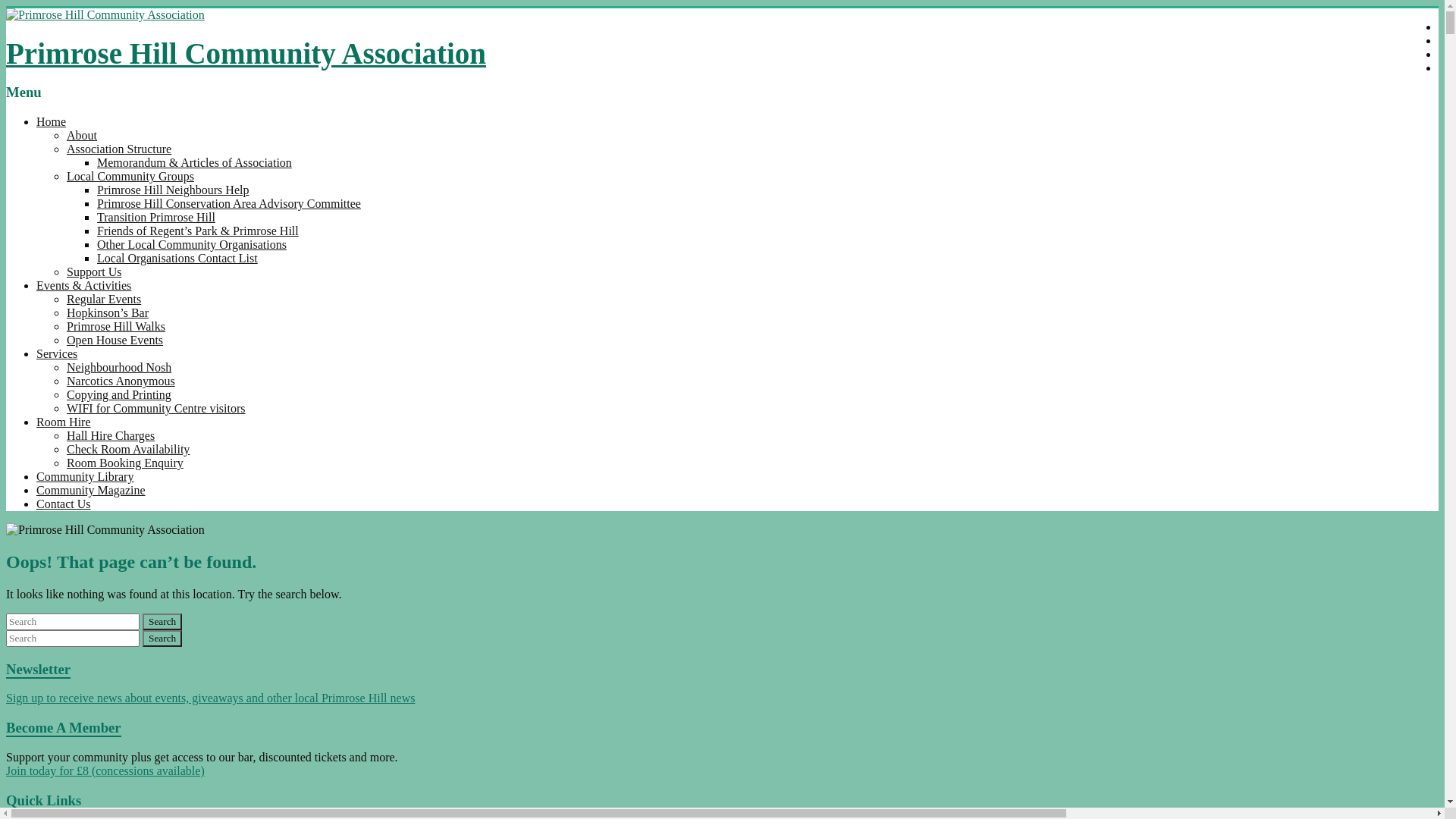 The height and width of the screenshot is (819, 1456). I want to click on 'Check Room Availability', so click(127, 448).